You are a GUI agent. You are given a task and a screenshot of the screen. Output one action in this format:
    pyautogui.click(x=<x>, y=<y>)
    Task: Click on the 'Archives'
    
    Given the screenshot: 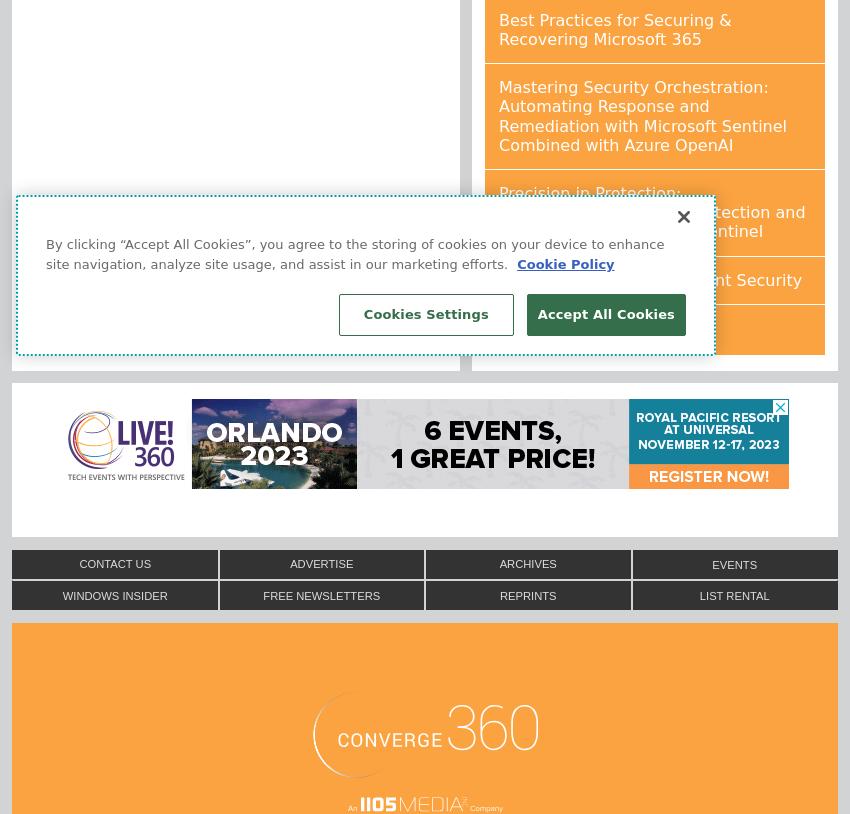 What is the action you would take?
    pyautogui.click(x=499, y=563)
    